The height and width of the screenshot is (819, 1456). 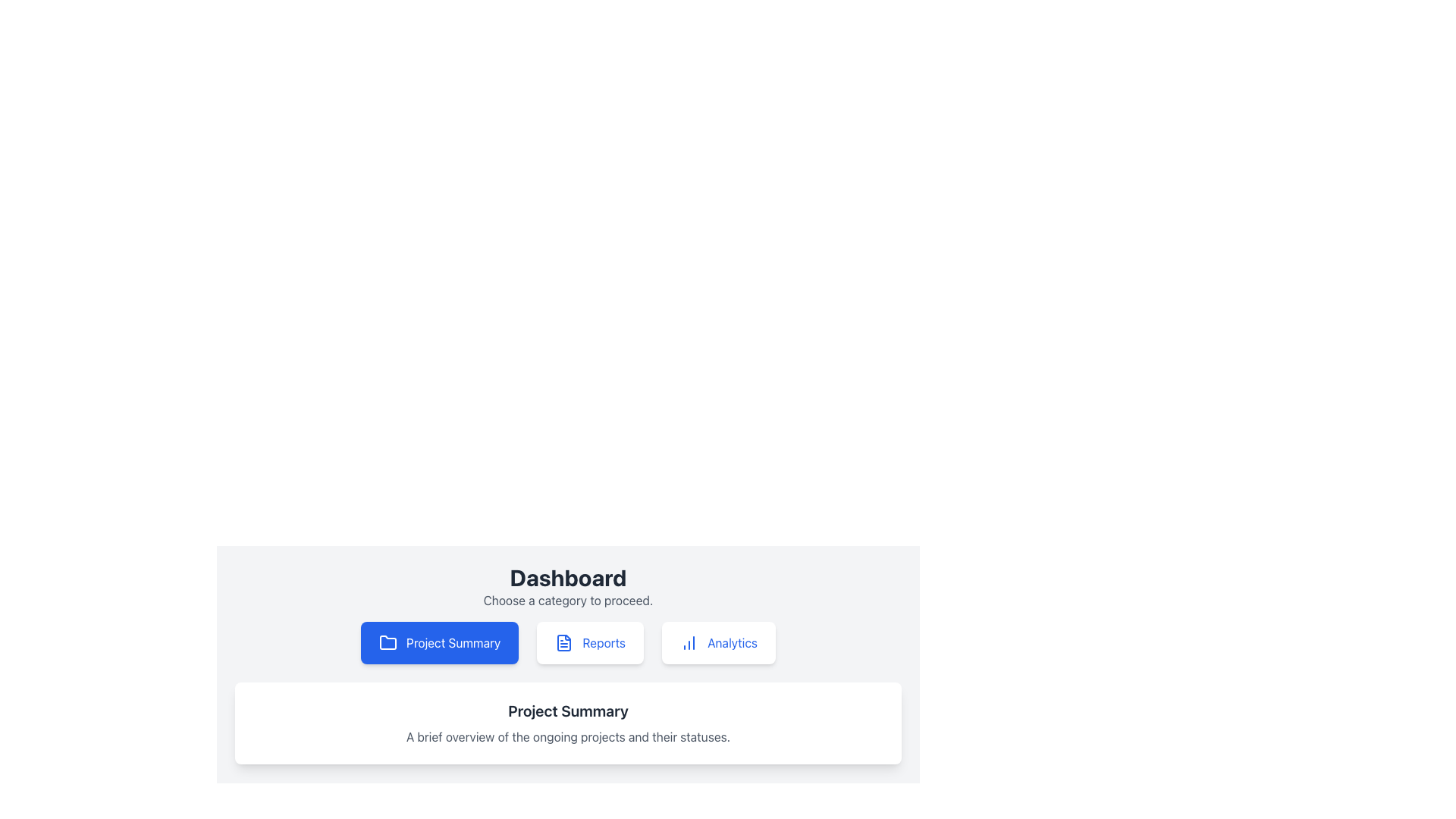 I want to click on the blue document icon located within the 'Reports' button, which is a white card with rounded edges and the text 'Reports' in blue, so click(x=563, y=643).